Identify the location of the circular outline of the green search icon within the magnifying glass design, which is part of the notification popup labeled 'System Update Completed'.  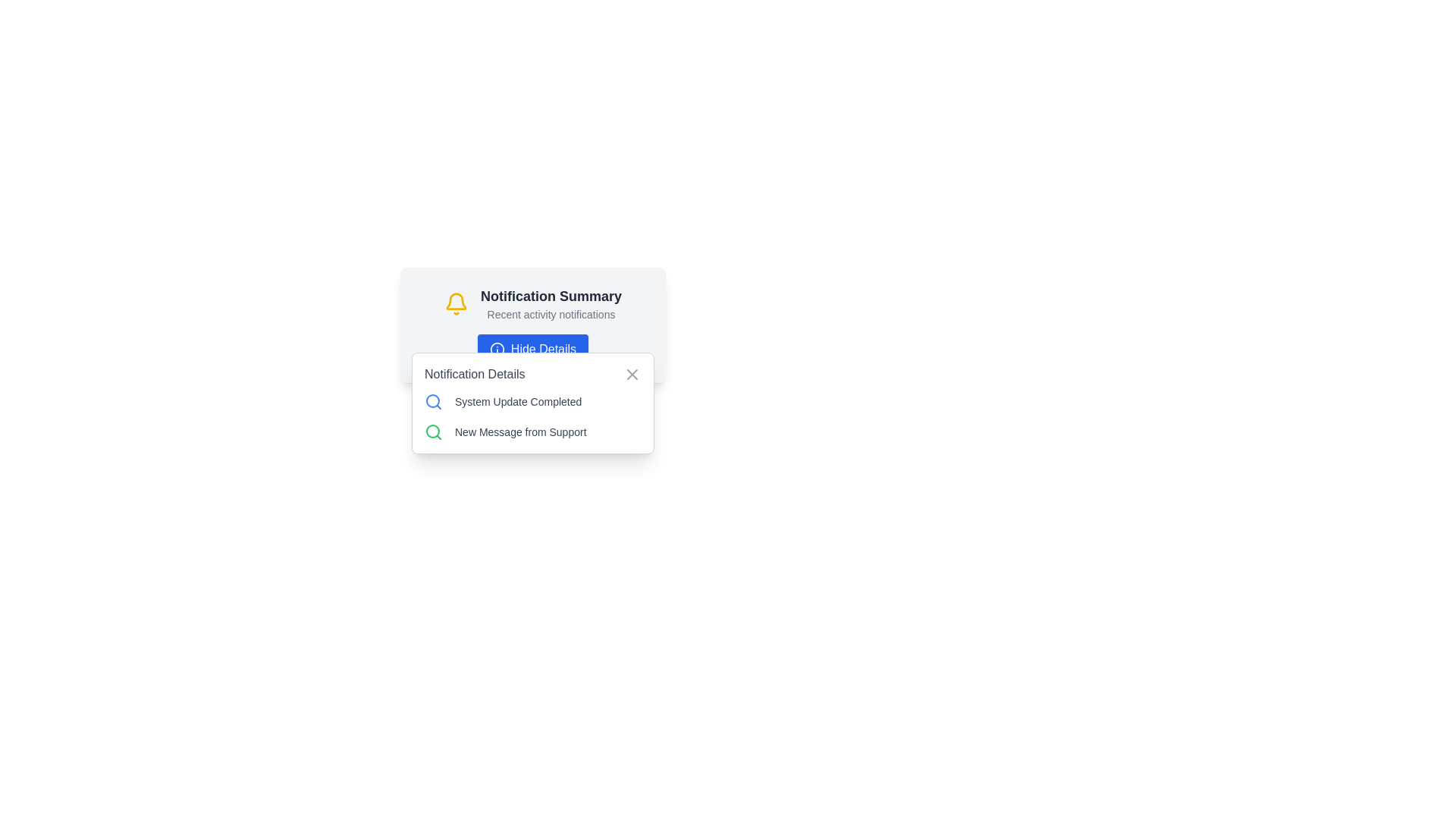
(432, 431).